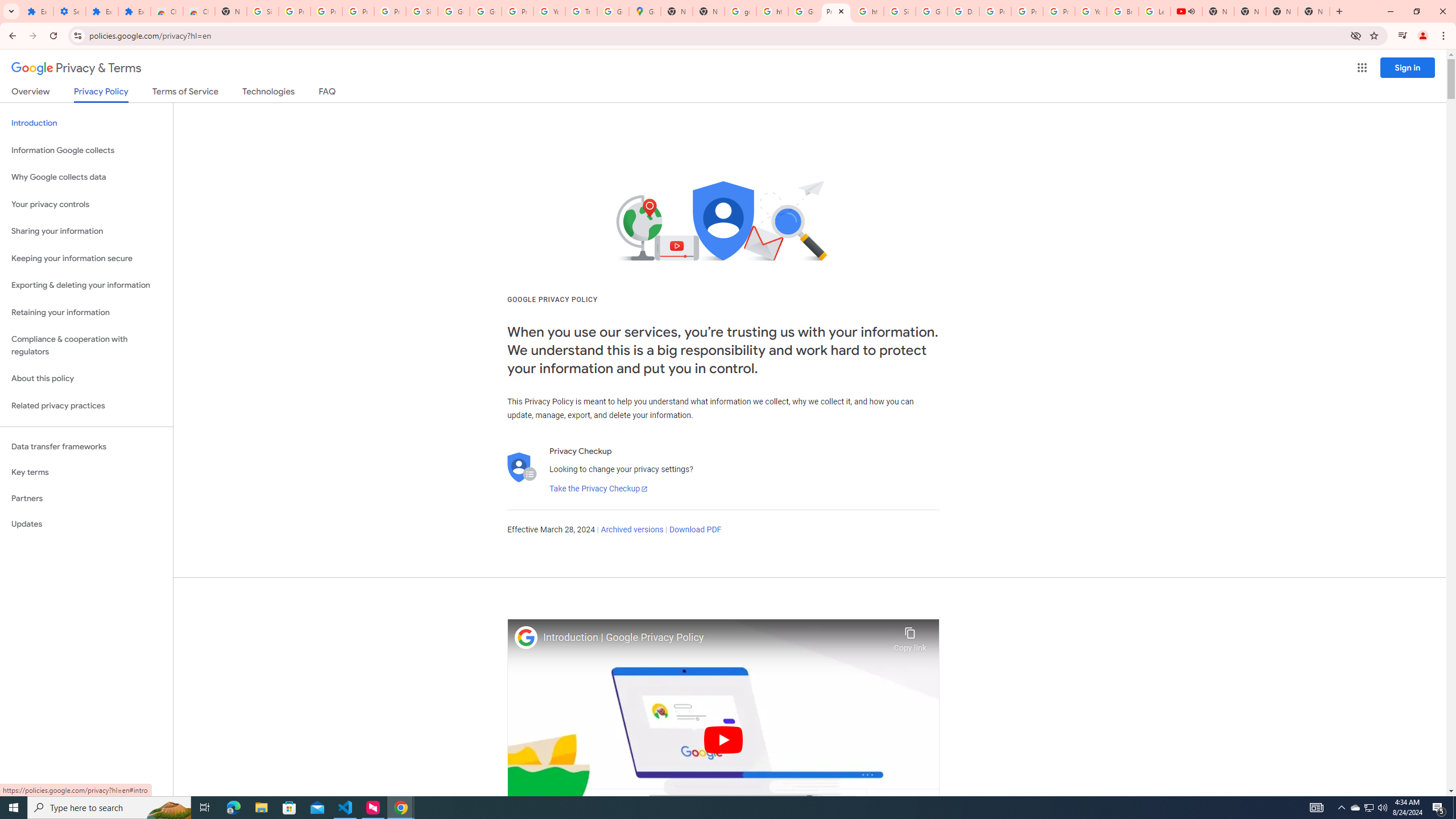 This screenshot has width=1456, height=819. What do you see at coordinates (69, 11) in the screenshot?
I see `'Settings'` at bounding box center [69, 11].